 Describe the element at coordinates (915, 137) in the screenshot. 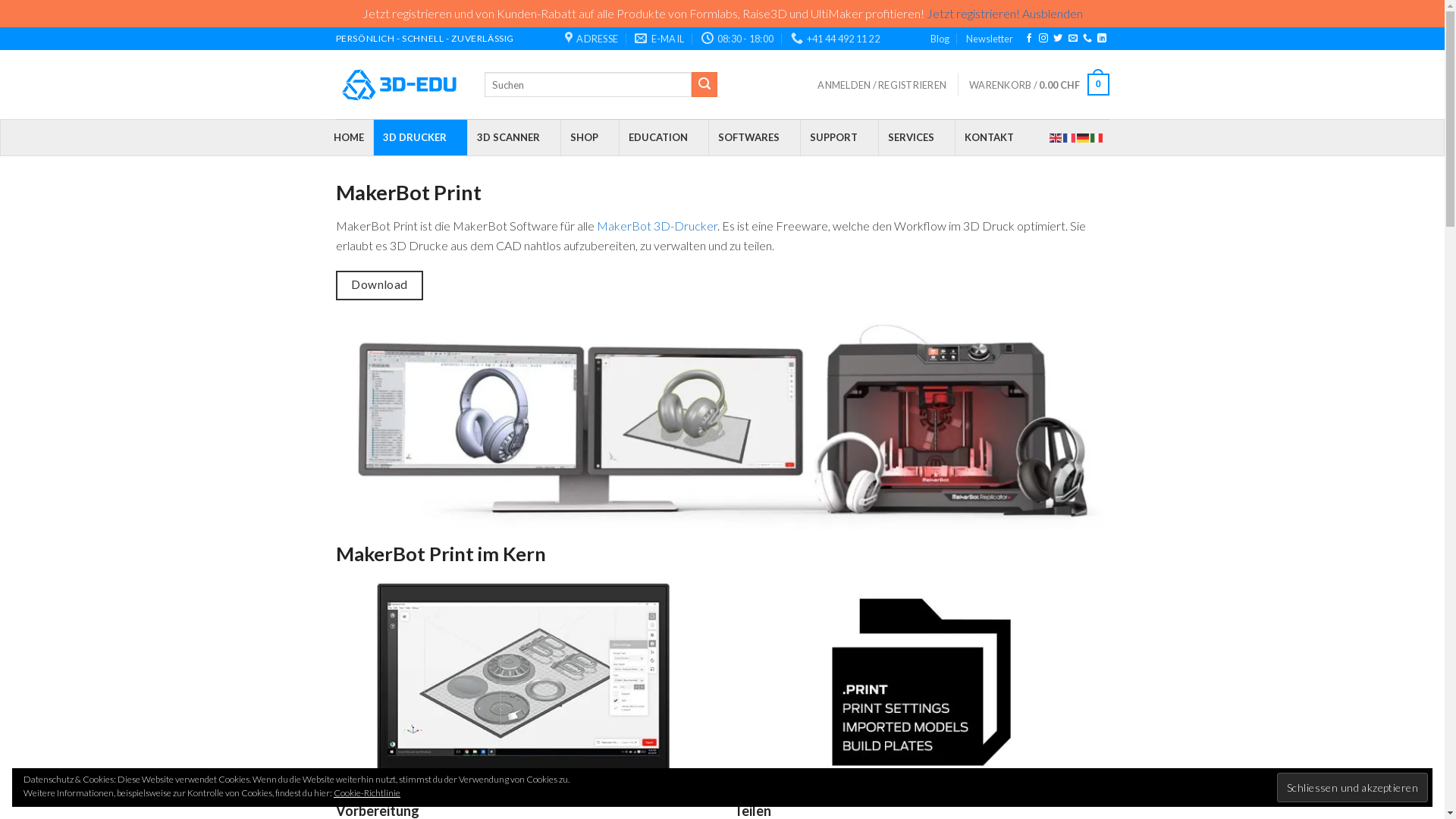

I see `'SERVICES'` at that location.